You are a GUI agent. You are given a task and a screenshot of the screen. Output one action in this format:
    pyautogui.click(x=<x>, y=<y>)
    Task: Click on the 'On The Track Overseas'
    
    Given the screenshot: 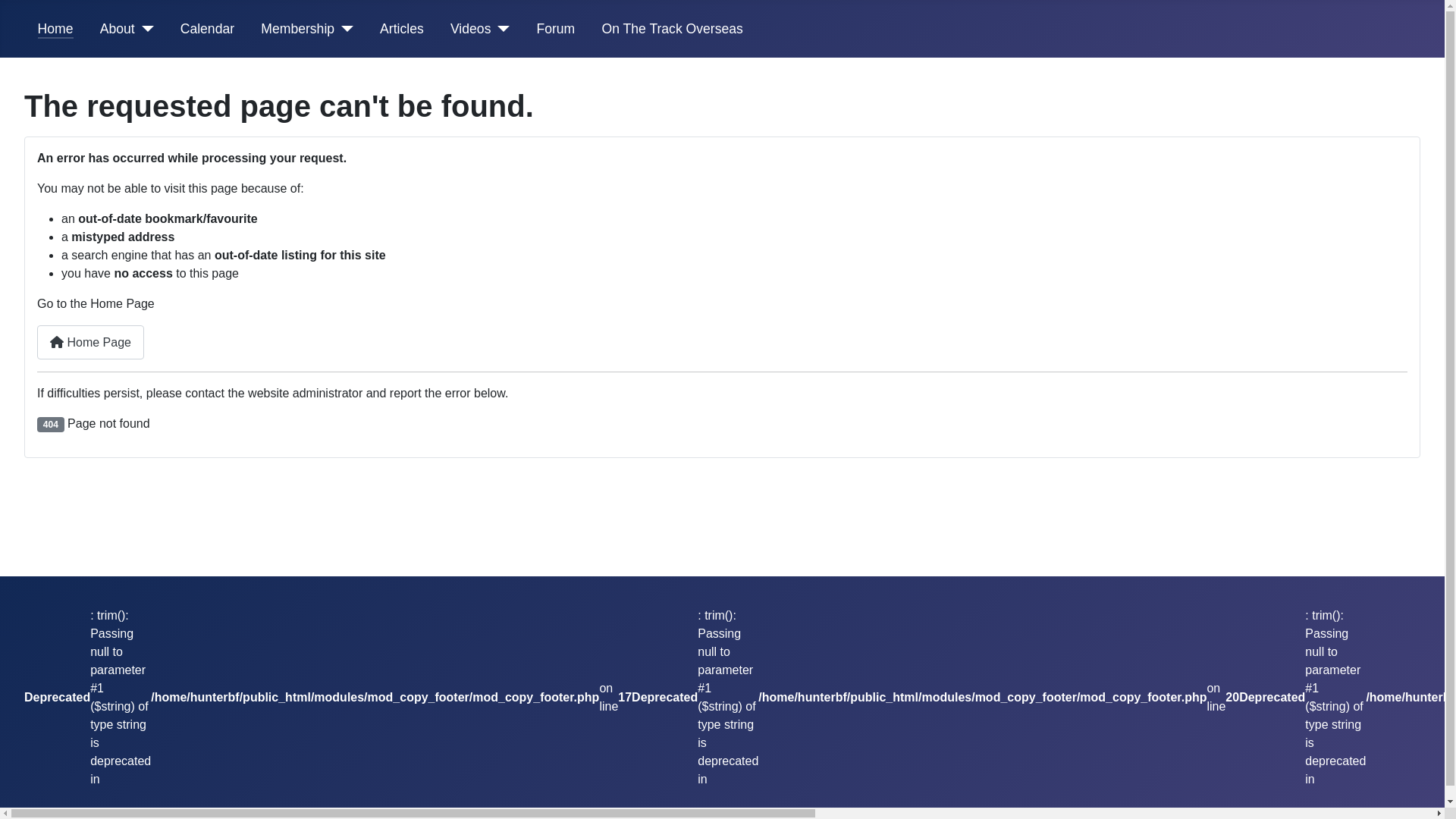 What is the action you would take?
    pyautogui.click(x=671, y=29)
    